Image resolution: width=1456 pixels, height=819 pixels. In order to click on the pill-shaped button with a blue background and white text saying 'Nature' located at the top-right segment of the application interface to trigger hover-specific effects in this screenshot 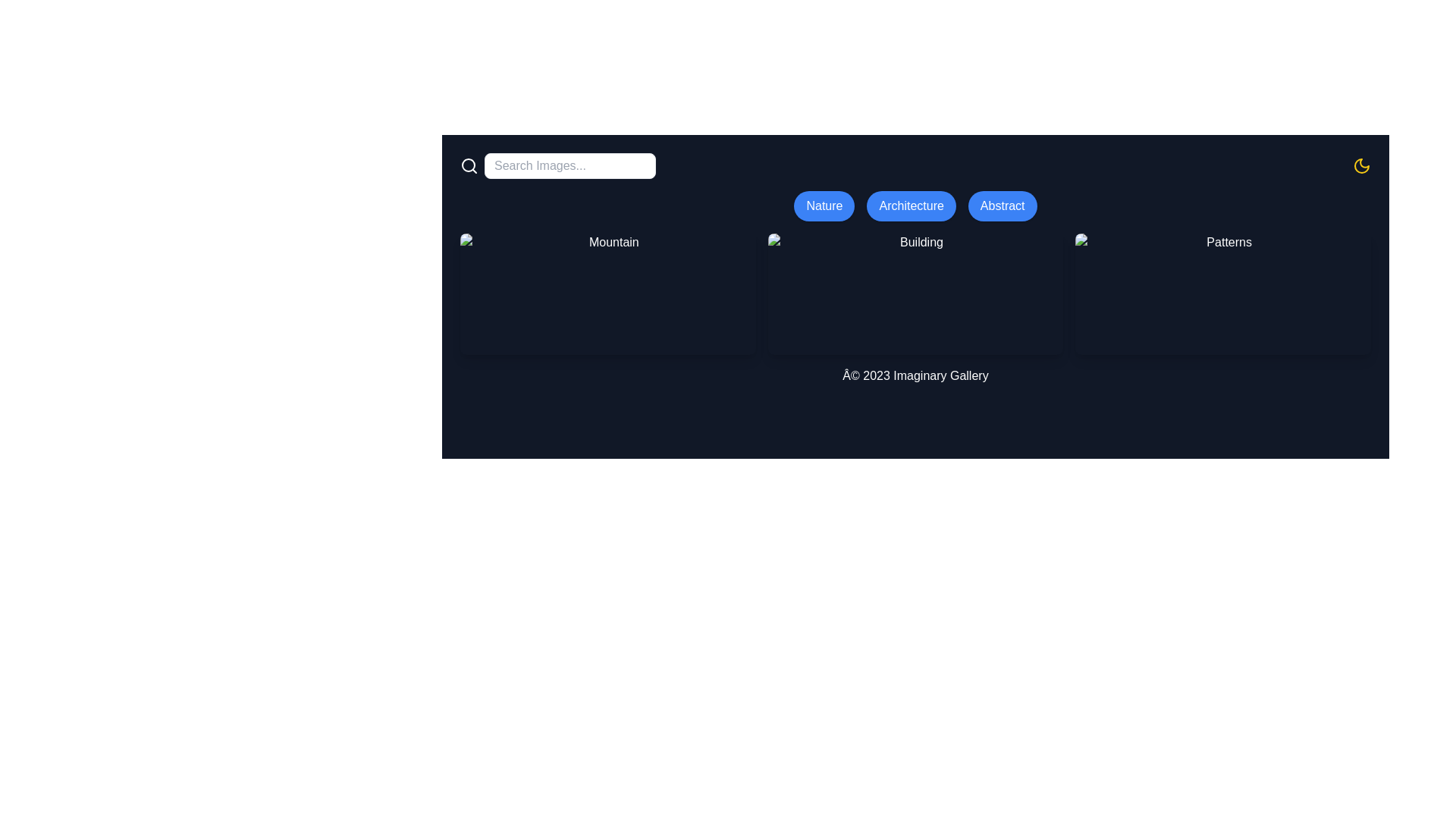, I will do `click(824, 206)`.